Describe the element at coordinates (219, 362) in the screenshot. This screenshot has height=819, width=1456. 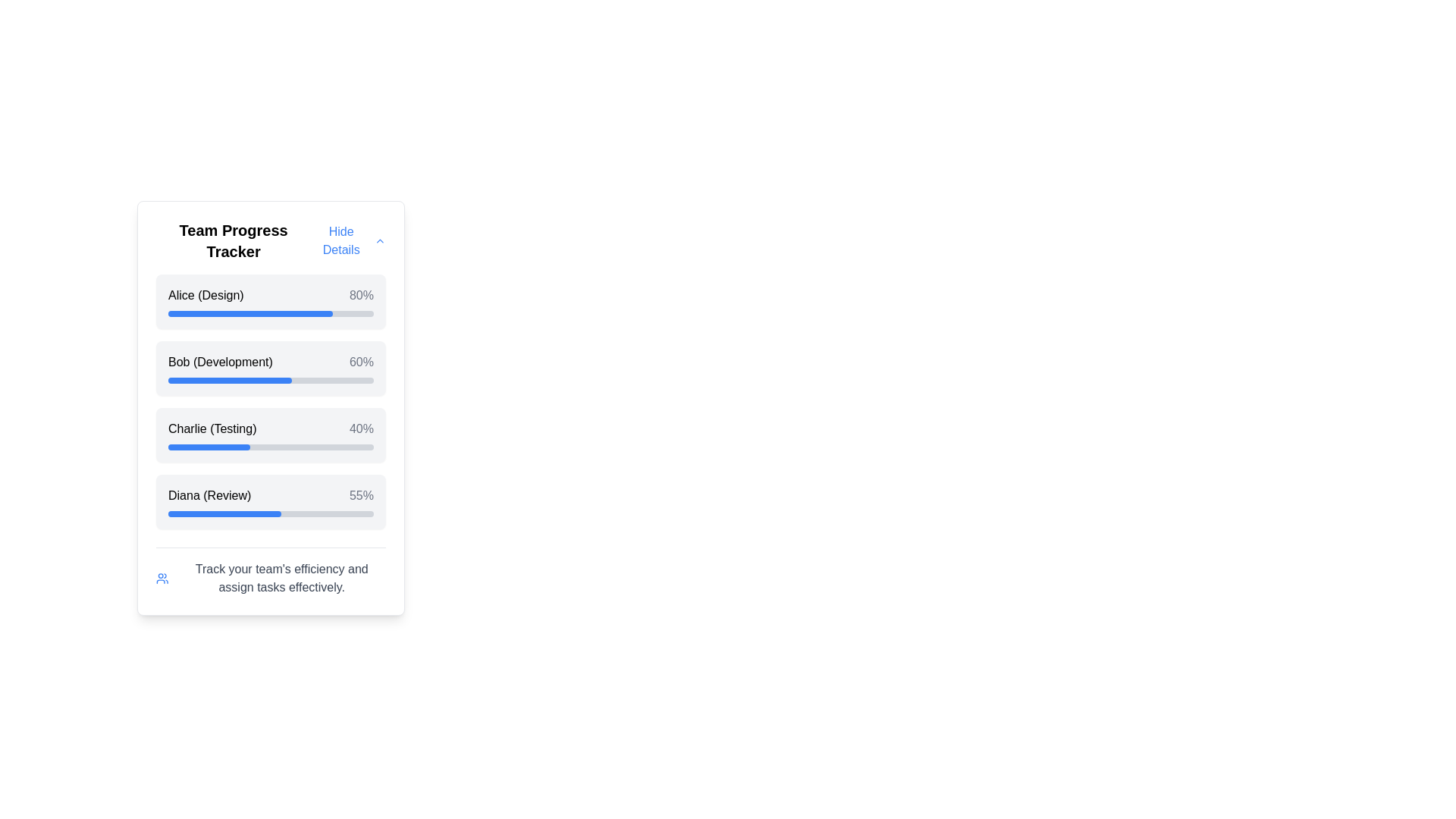
I see `the text label displaying 'Bob (Development)', which is styled prominently and positioned in the second place of the 'Team Progress Tracker' list, above 'Charlie (Testing)' and below 'Alice (Design)'` at that location.